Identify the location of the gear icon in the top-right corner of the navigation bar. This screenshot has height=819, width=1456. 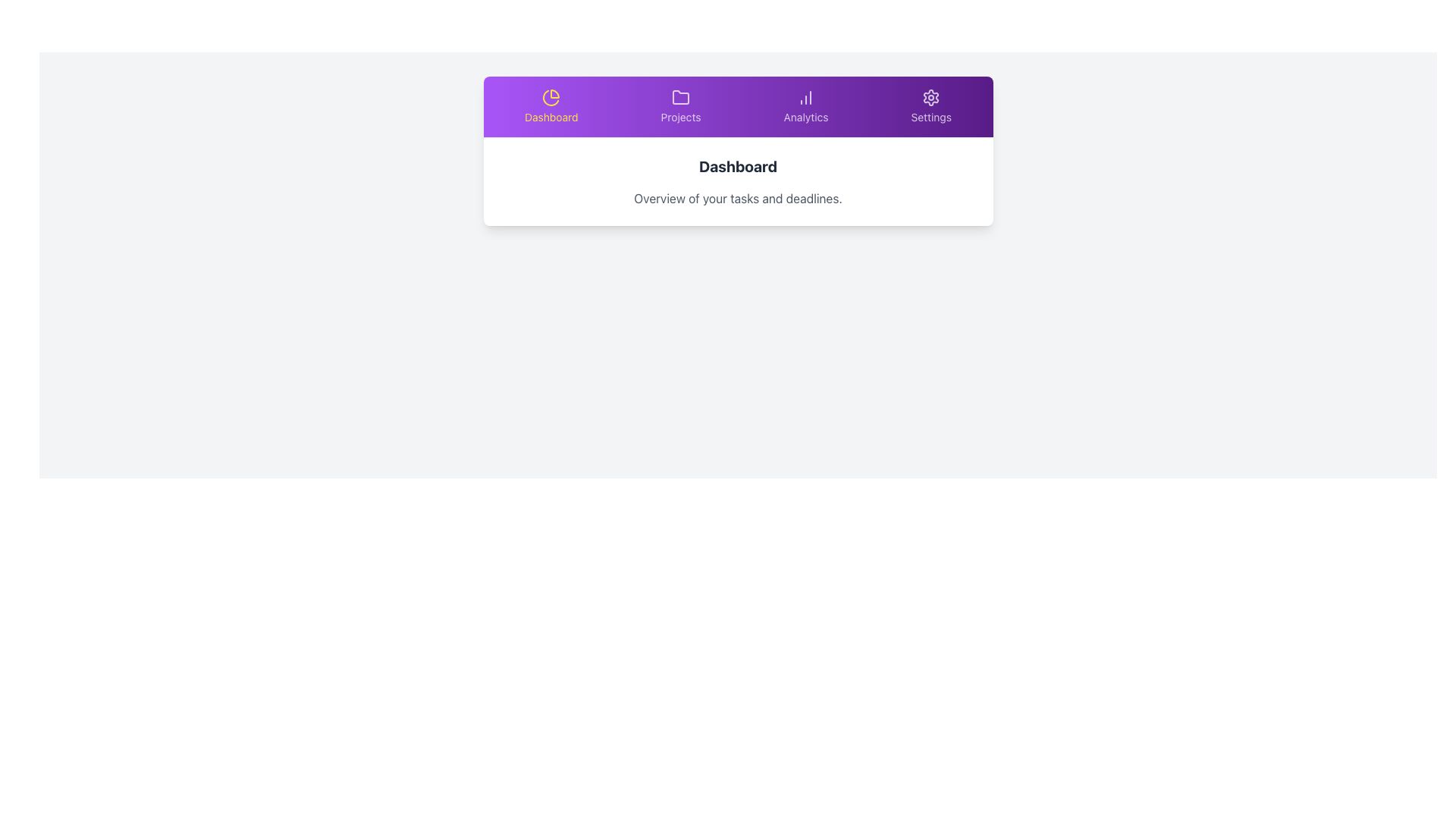
(930, 97).